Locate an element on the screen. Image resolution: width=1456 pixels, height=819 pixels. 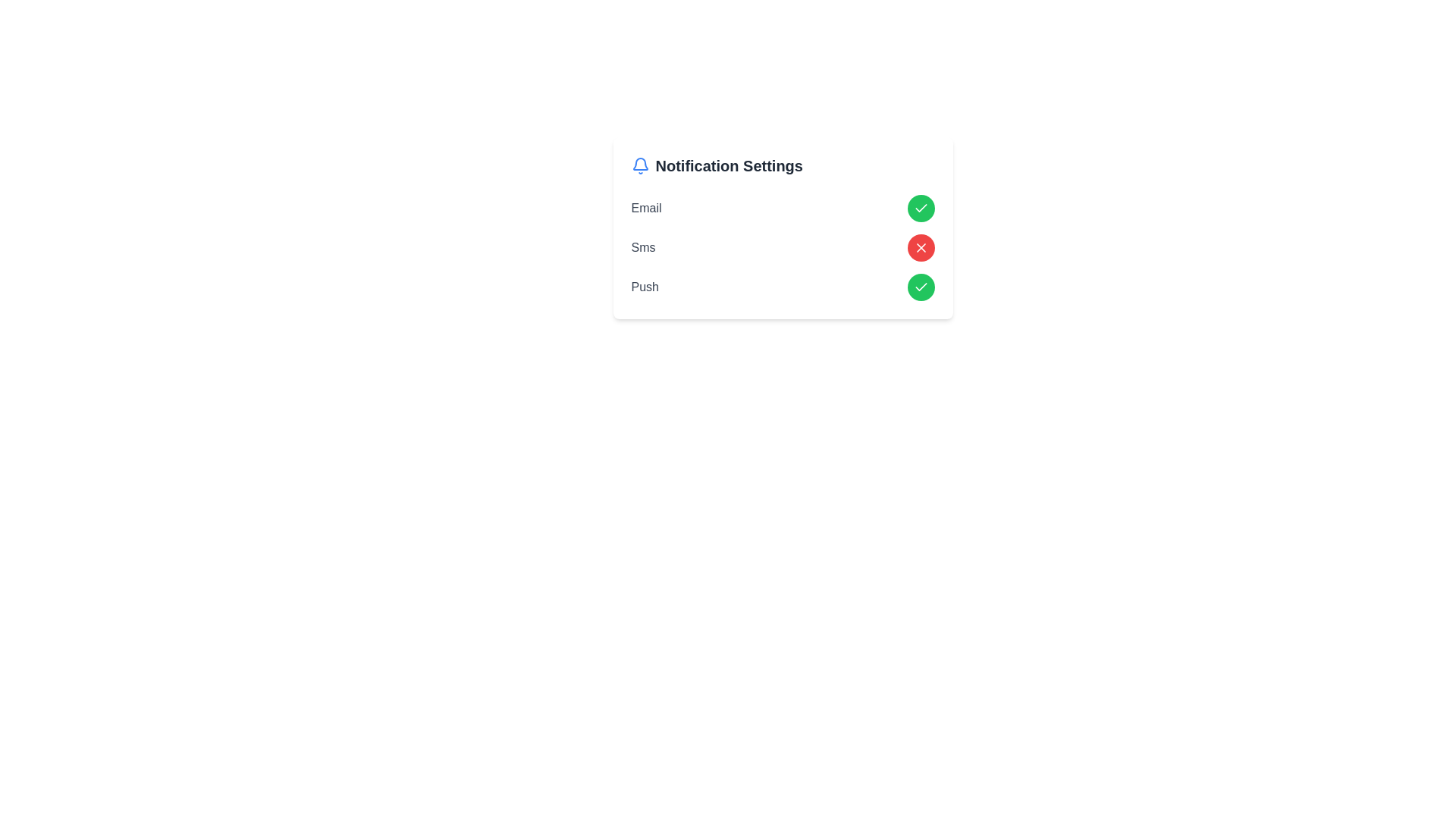
the 'Notification Settings' heading with a blue bell icon located at the top of the settings card is located at coordinates (783, 166).